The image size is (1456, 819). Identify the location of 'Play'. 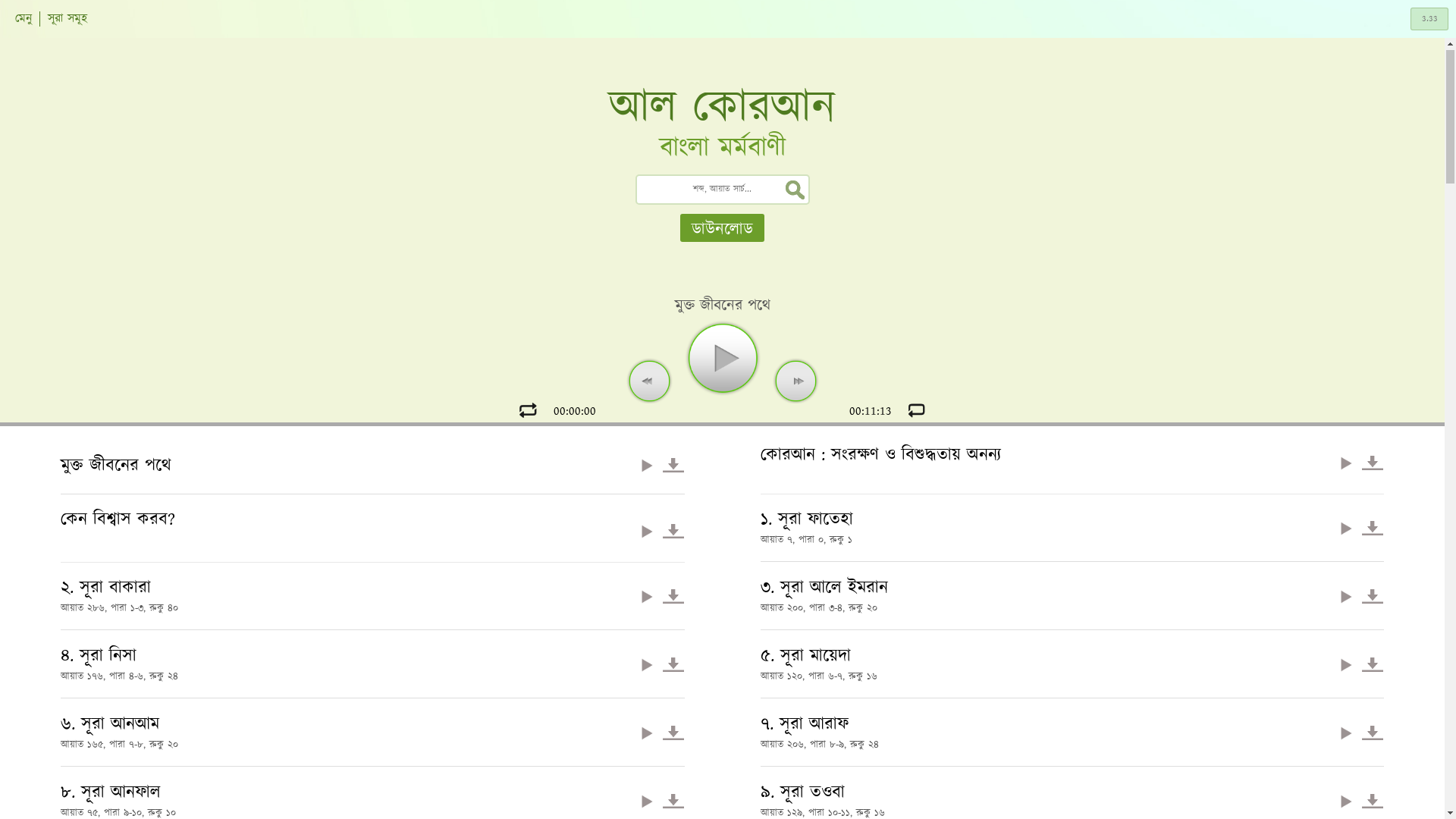
(1346, 664).